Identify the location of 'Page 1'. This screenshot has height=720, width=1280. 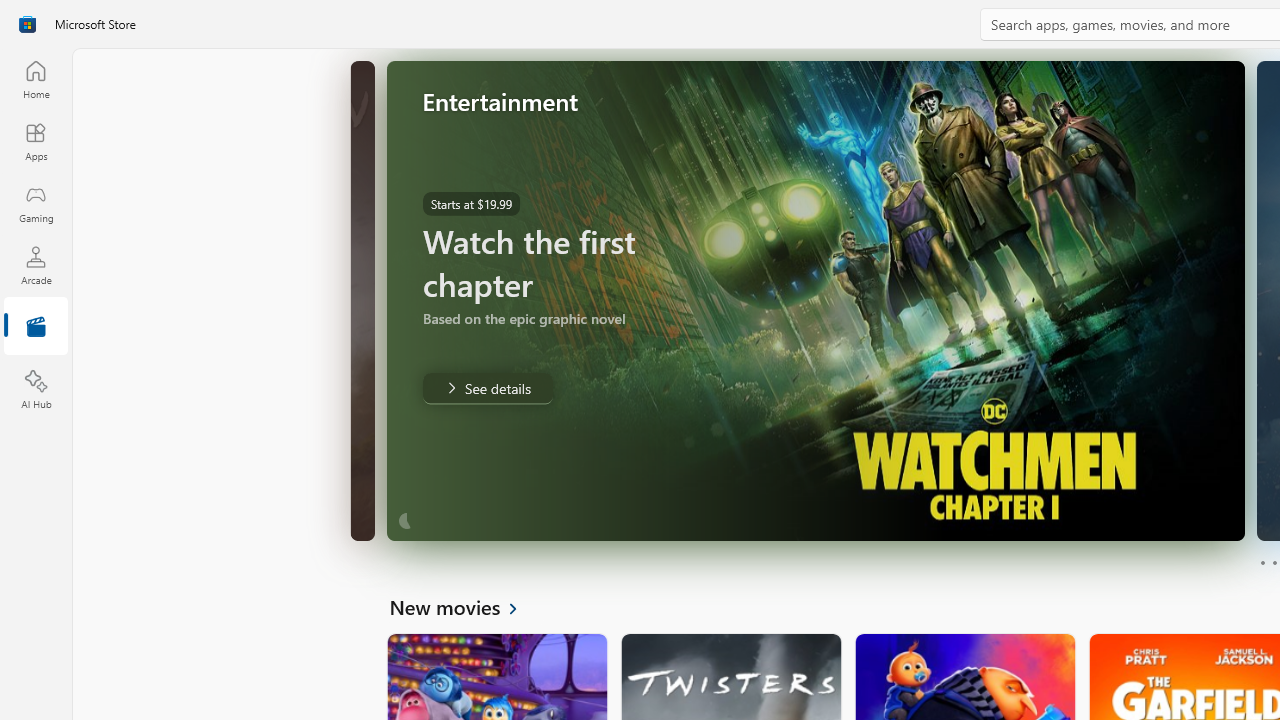
(1261, 563).